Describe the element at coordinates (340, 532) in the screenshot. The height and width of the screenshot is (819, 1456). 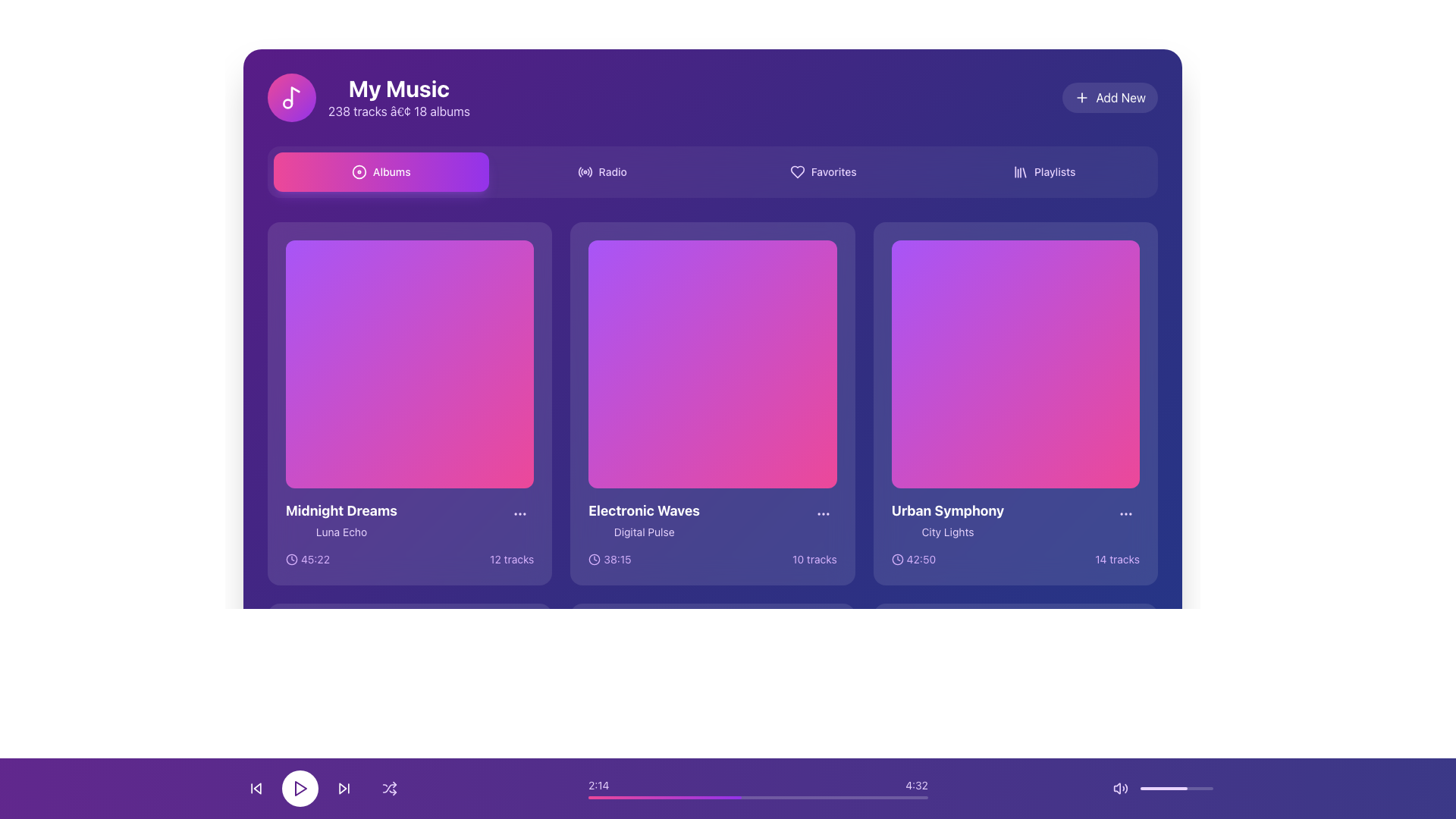
I see `the text label displaying the subtitle or artist information for the 'Midnight Dreams' album, located within the first card of the horizontally-aligned collection` at that location.